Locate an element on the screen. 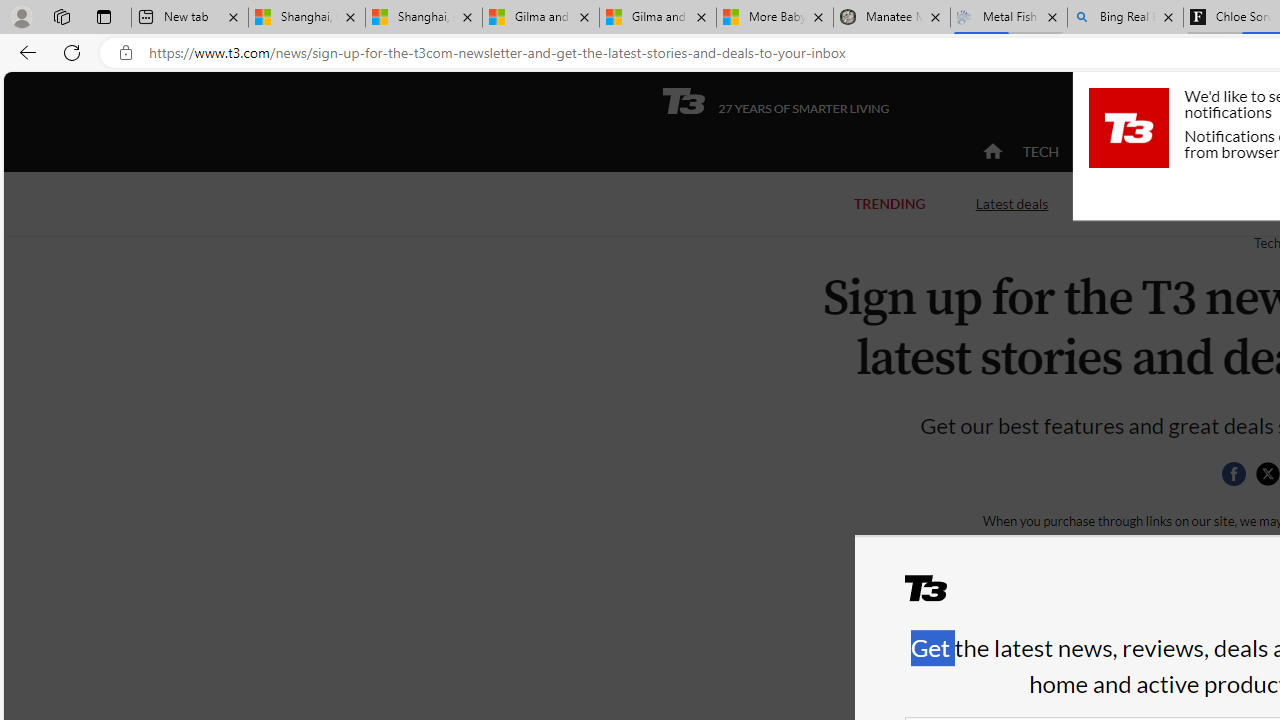  'Latest deals' is located at coordinates (1011, 203).